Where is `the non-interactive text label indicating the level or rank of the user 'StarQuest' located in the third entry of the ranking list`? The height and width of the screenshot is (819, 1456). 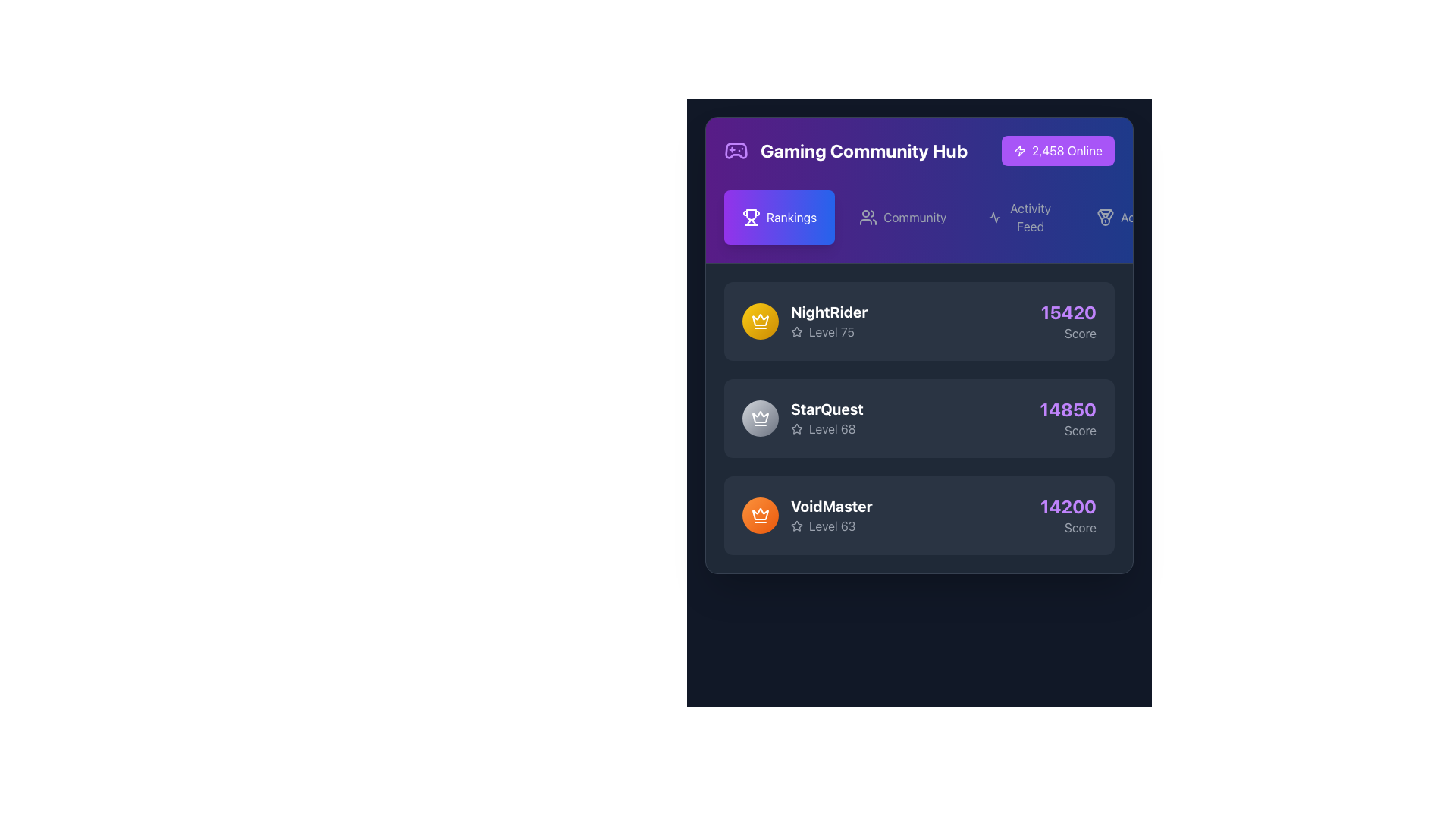
the non-interactive text label indicating the level or rank of the user 'StarQuest' located in the third entry of the ranking list is located at coordinates (831, 429).